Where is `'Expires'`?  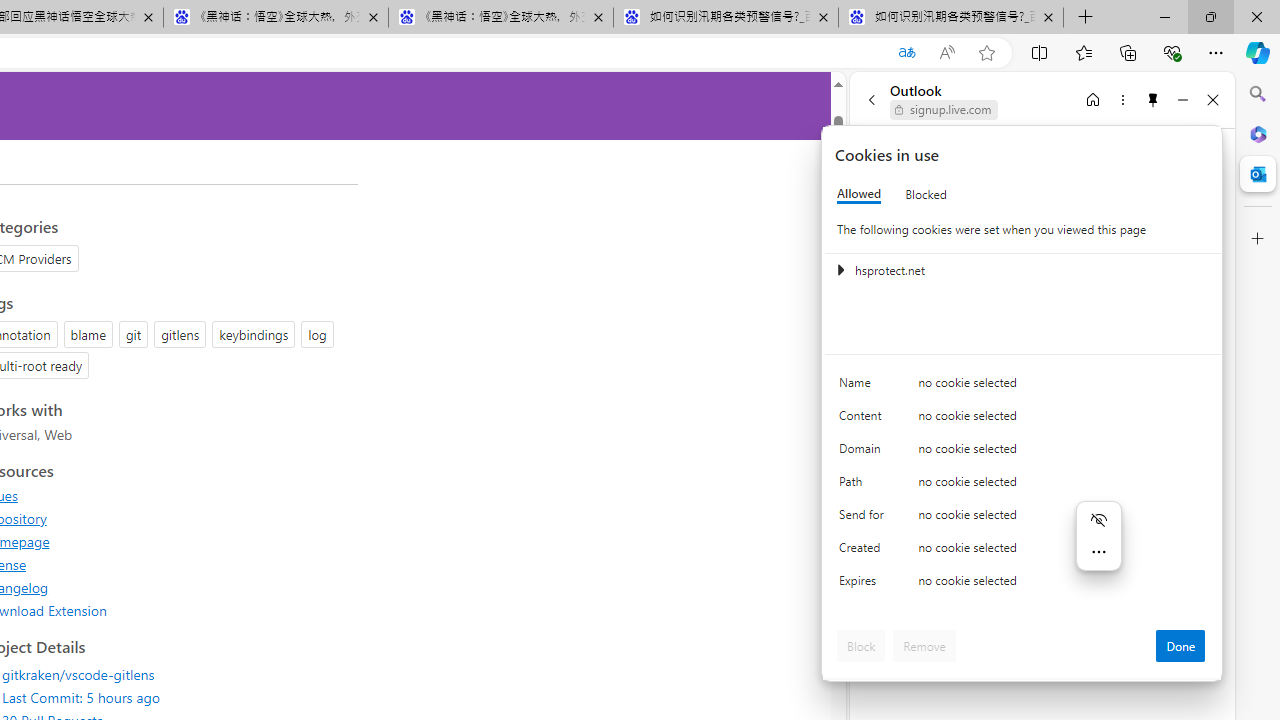
'Expires' is located at coordinates (865, 585).